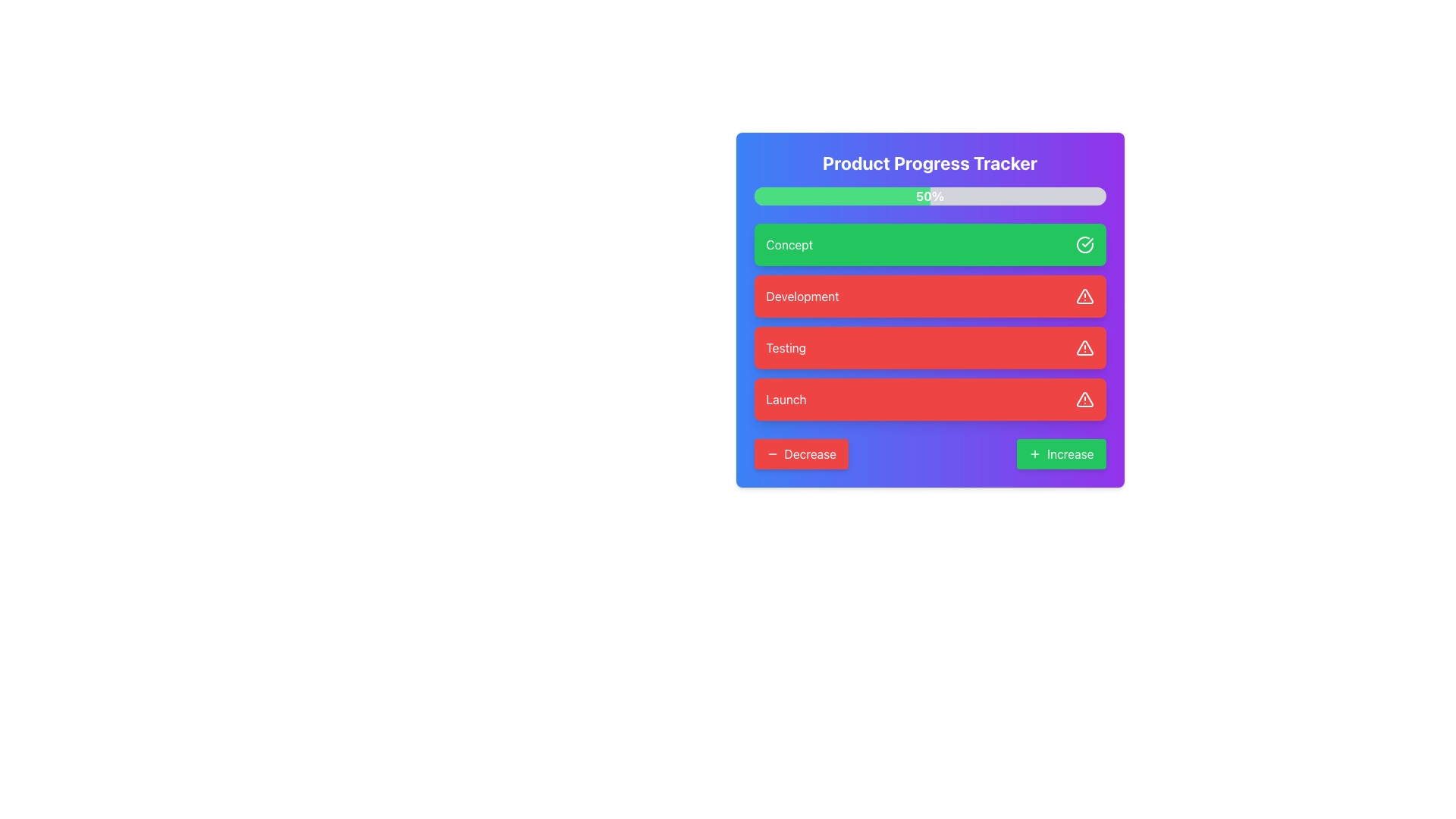 The image size is (1456, 819). I want to click on the status indicated by the circular check mark icon with a green background located at the end of the 'Concept' label, so click(1084, 244).